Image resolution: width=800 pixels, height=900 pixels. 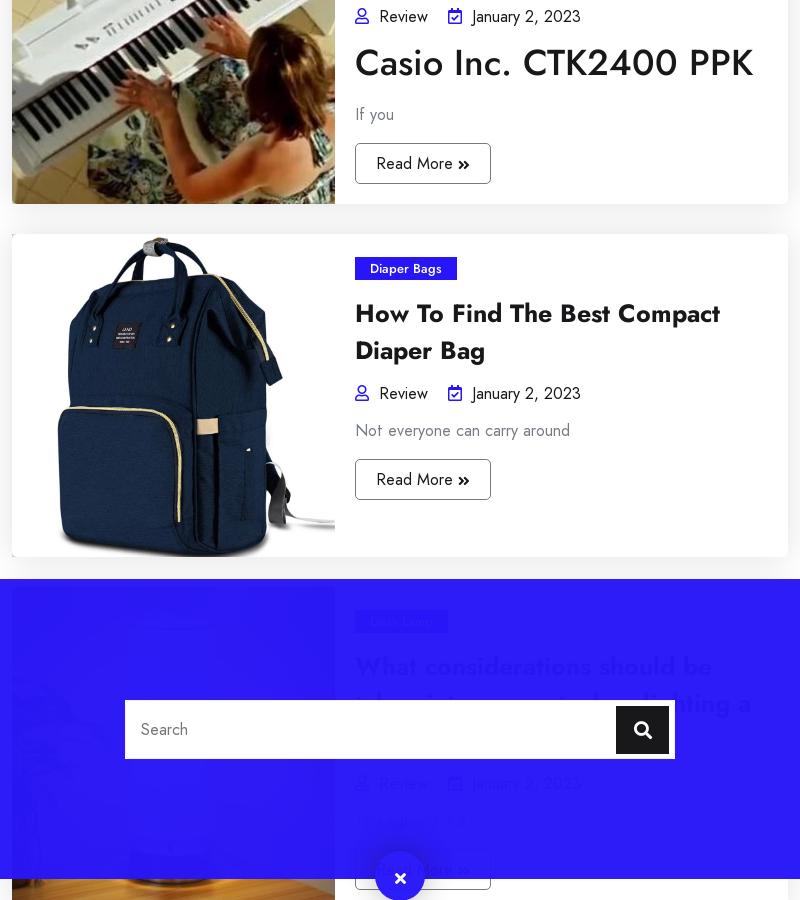 I want to click on 'How To Find The Best Compact Diaper Bag', so click(x=294, y=577).